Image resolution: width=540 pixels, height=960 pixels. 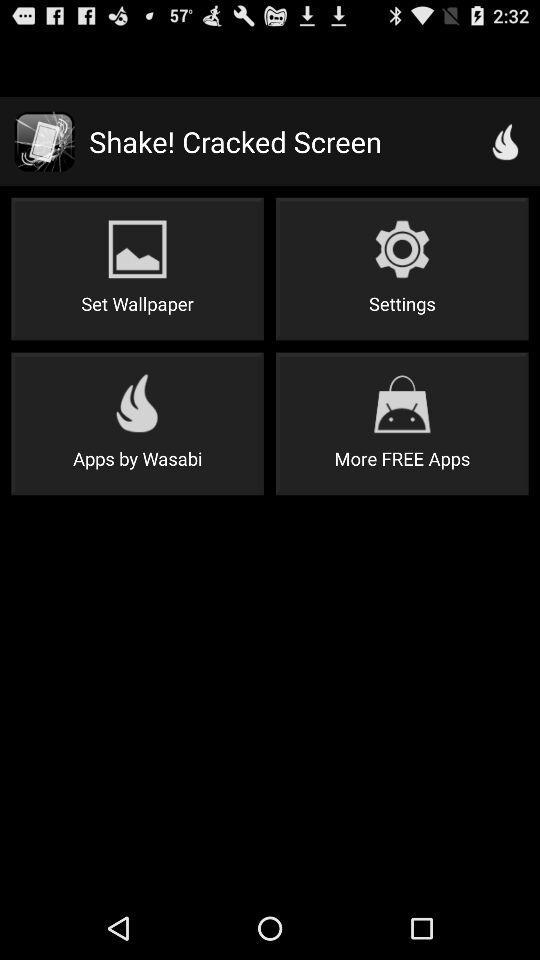 What do you see at coordinates (402, 268) in the screenshot?
I see `icon below the shake! cracked screen` at bounding box center [402, 268].